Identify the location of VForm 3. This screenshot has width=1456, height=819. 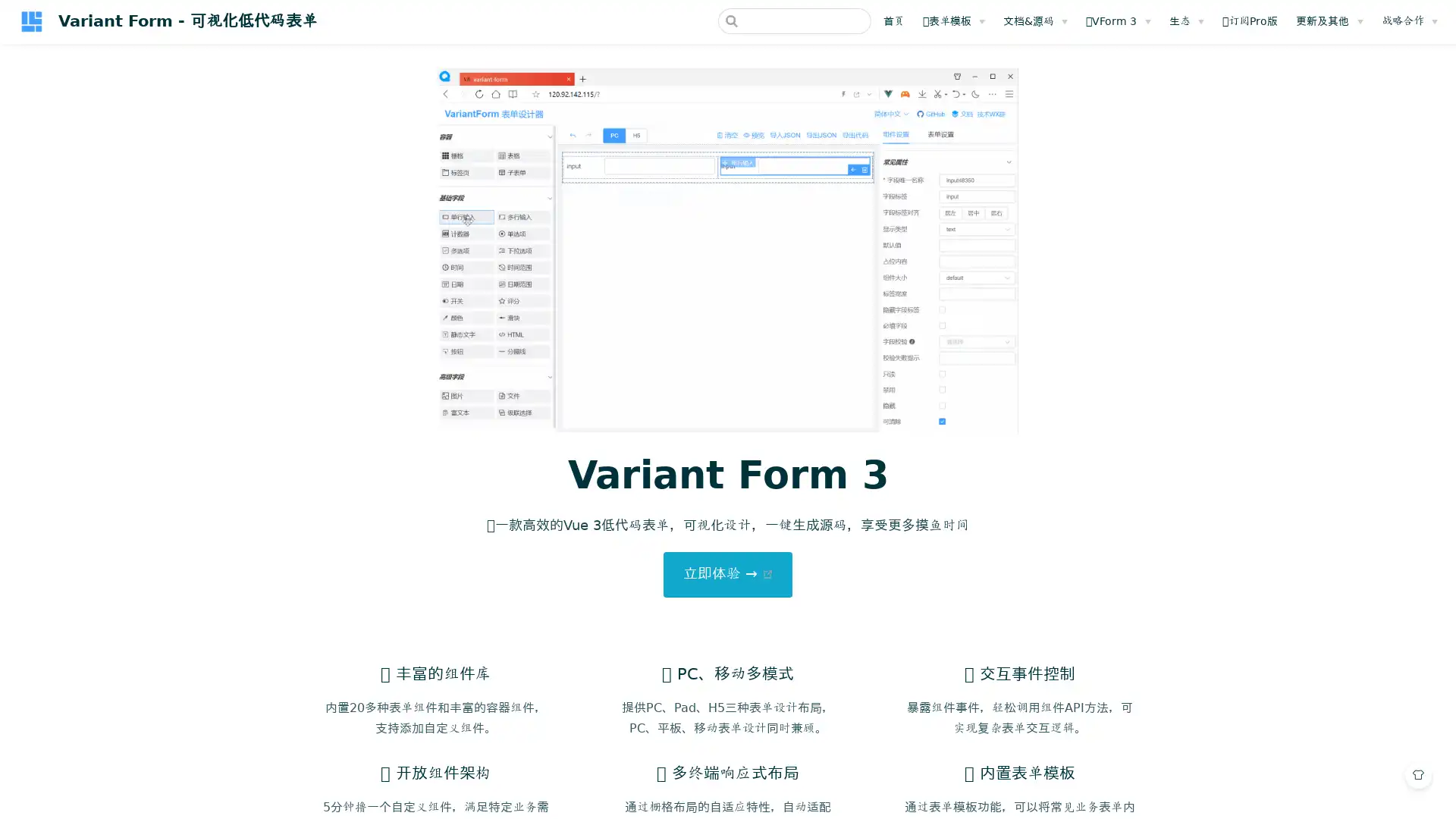
(1118, 20).